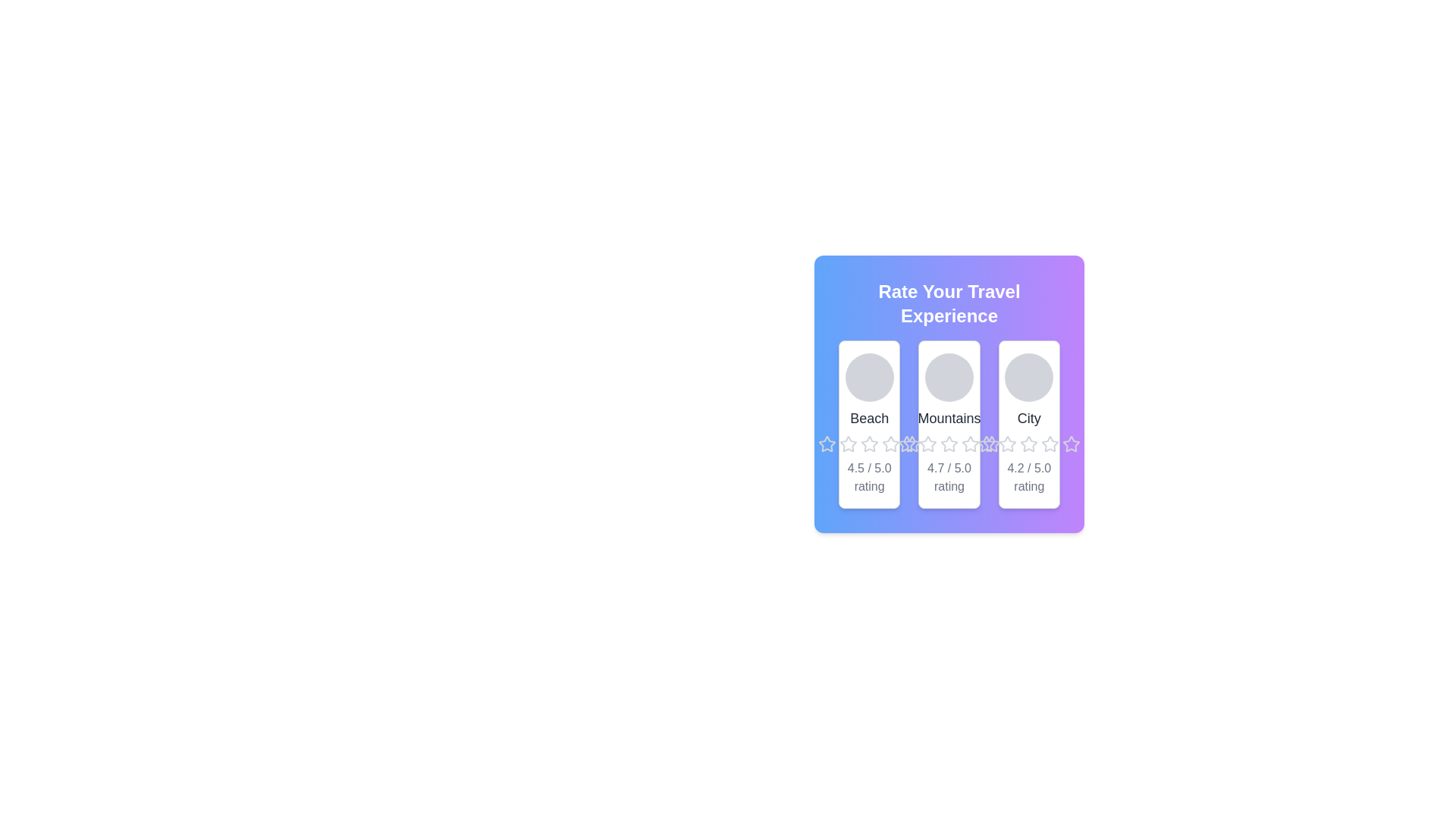 The image size is (1456, 819). Describe the element at coordinates (971, 444) in the screenshot. I see `the fourth star icon in the rating system beneath the 'Mountains' category card` at that location.